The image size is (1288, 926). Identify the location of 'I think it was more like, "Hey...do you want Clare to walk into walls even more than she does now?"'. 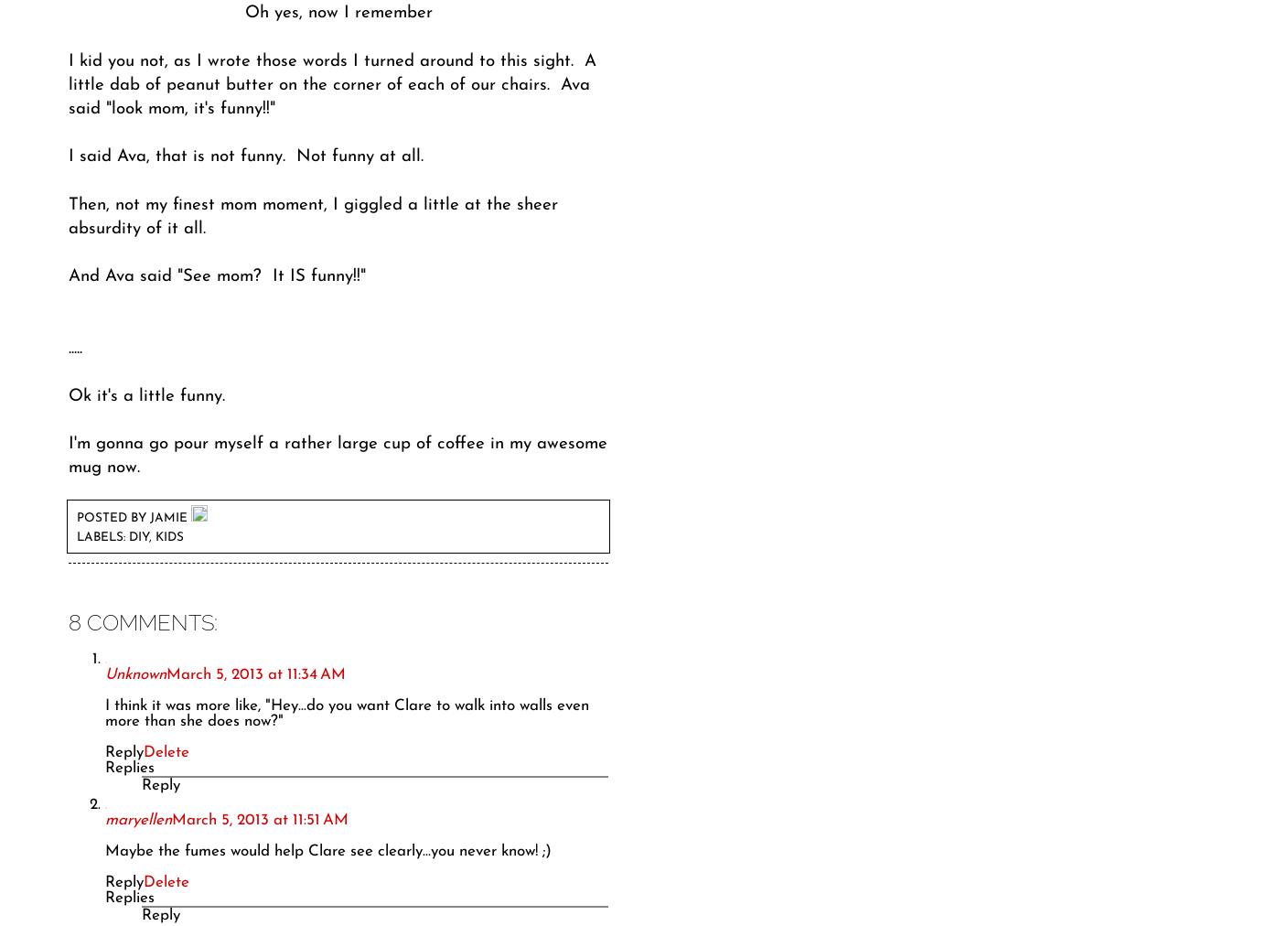
(346, 713).